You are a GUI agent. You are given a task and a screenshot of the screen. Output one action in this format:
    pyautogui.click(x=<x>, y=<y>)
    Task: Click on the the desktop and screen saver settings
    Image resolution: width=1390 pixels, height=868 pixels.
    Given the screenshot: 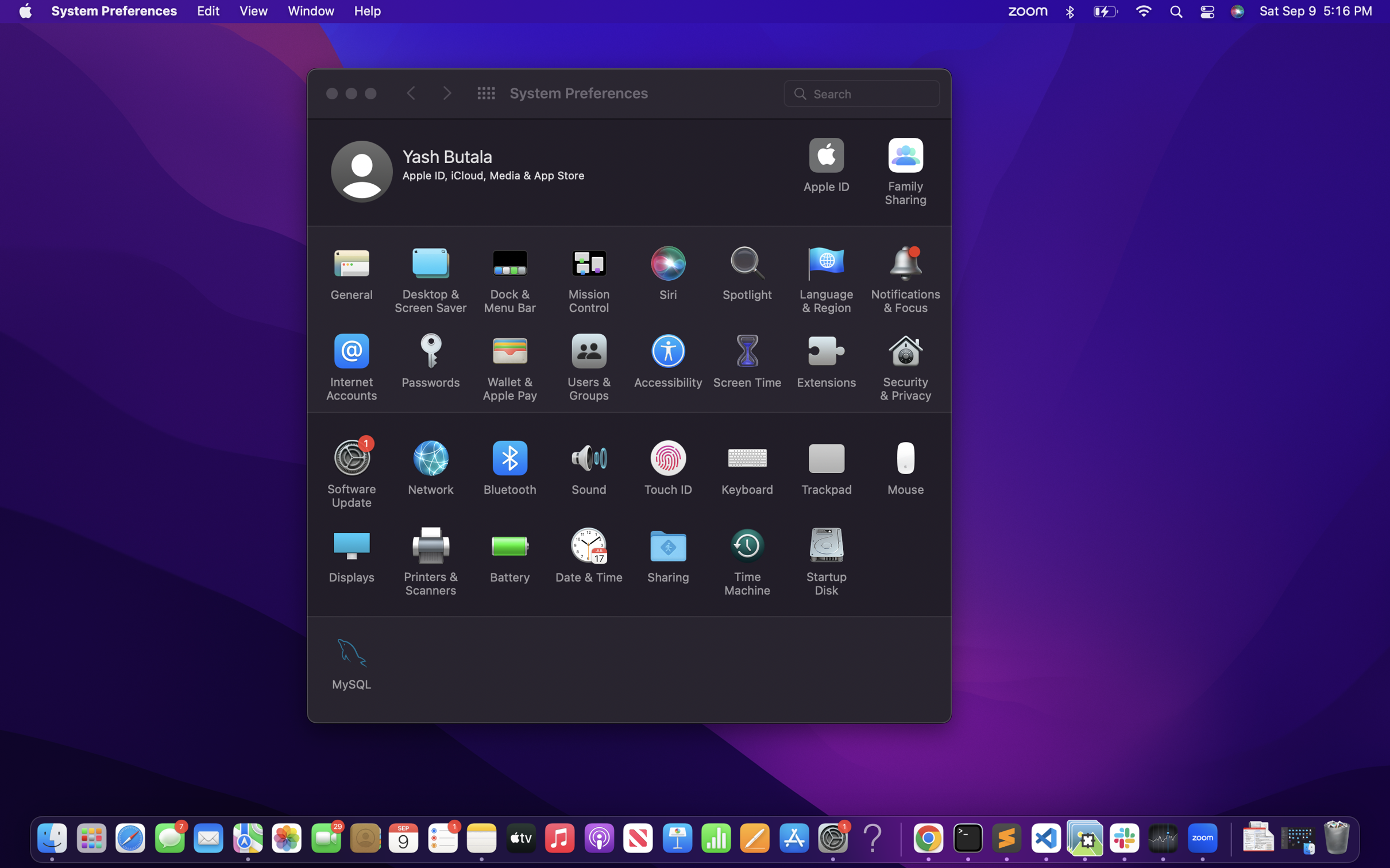 What is the action you would take?
    pyautogui.click(x=431, y=280)
    